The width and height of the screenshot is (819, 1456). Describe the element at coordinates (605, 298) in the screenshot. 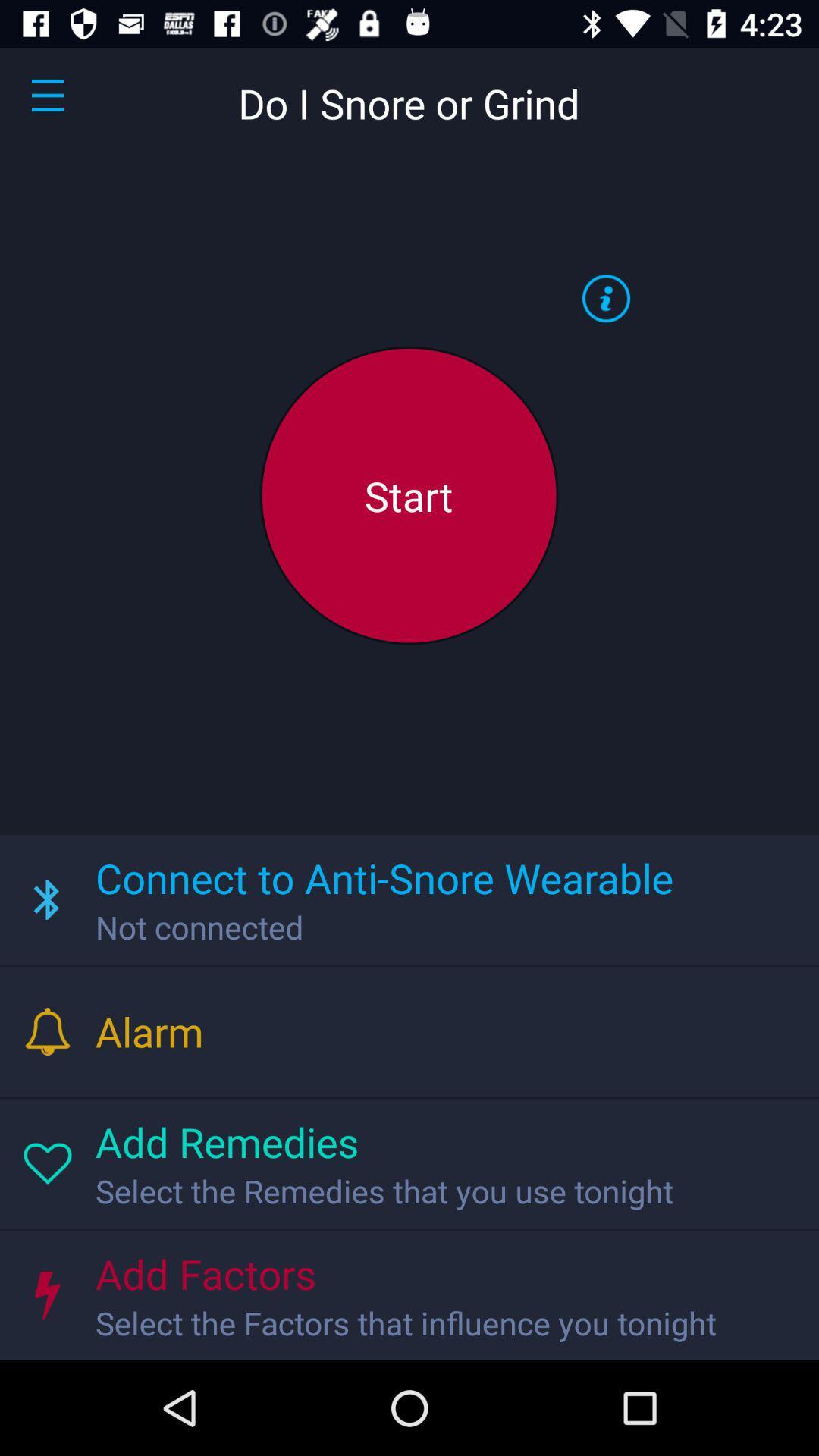

I see `the info icon` at that location.